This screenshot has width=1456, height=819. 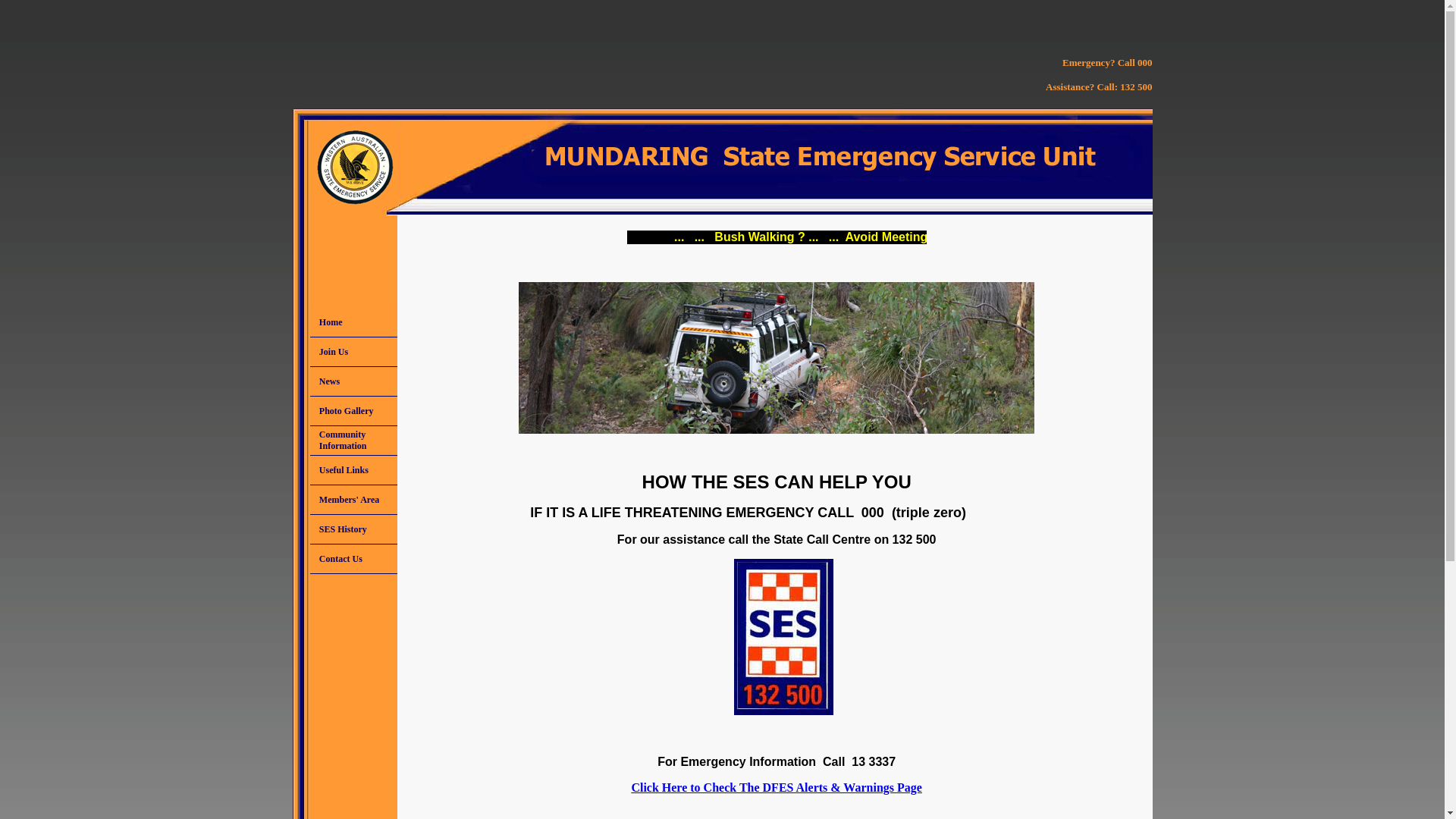 What do you see at coordinates (353, 321) in the screenshot?
I see `'Home'` at bounding box center [353, 321].